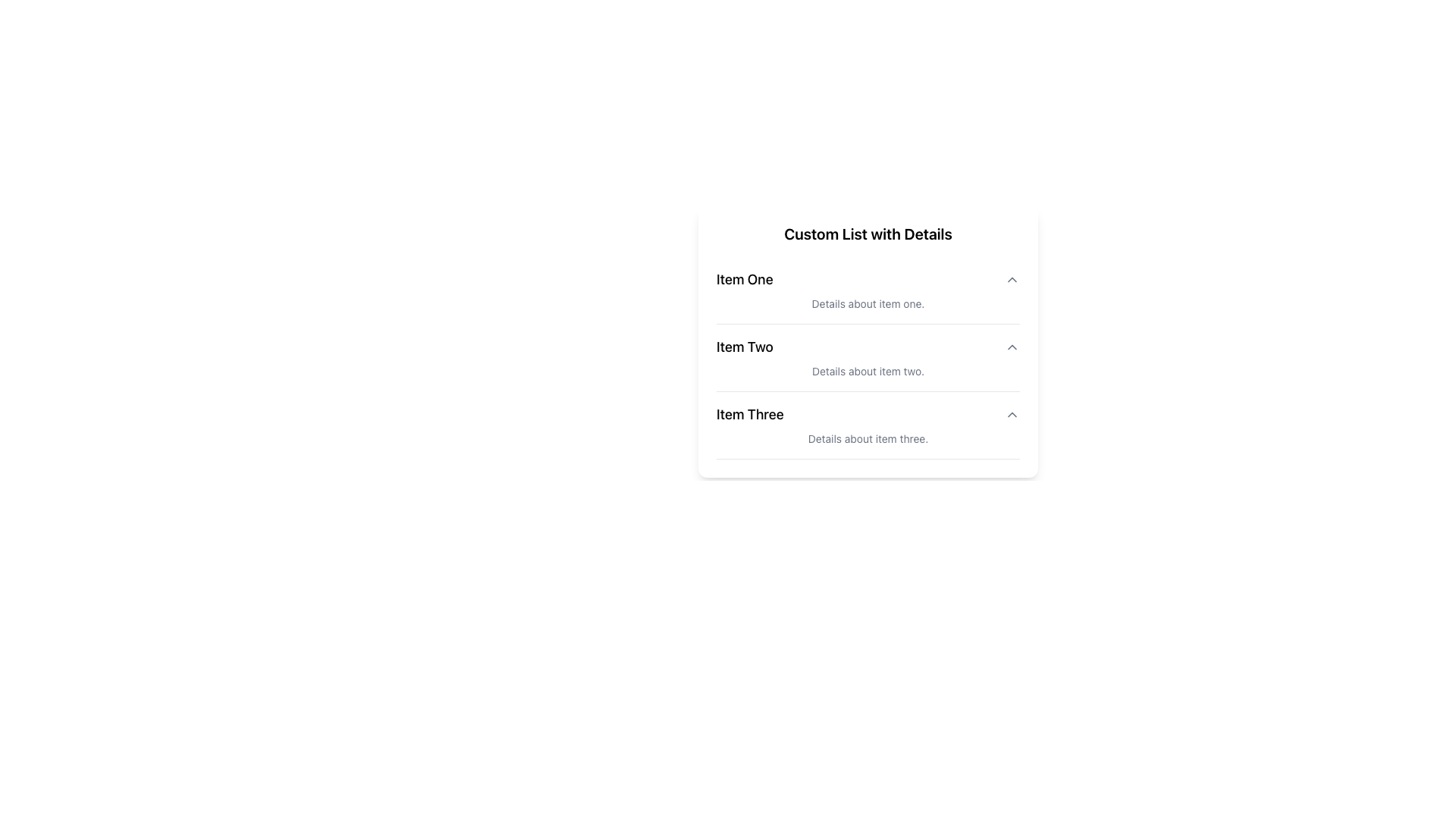 Image resolution: width=1456 pixels, height=819 pixels. What do you see at coordinates (745, 347) in the screenshot?
I see `text from the Text Label displaying 'Item Two', which is the second item in the vertical list labeled 'Custom List with Details'` at bounding box center [745, 347].